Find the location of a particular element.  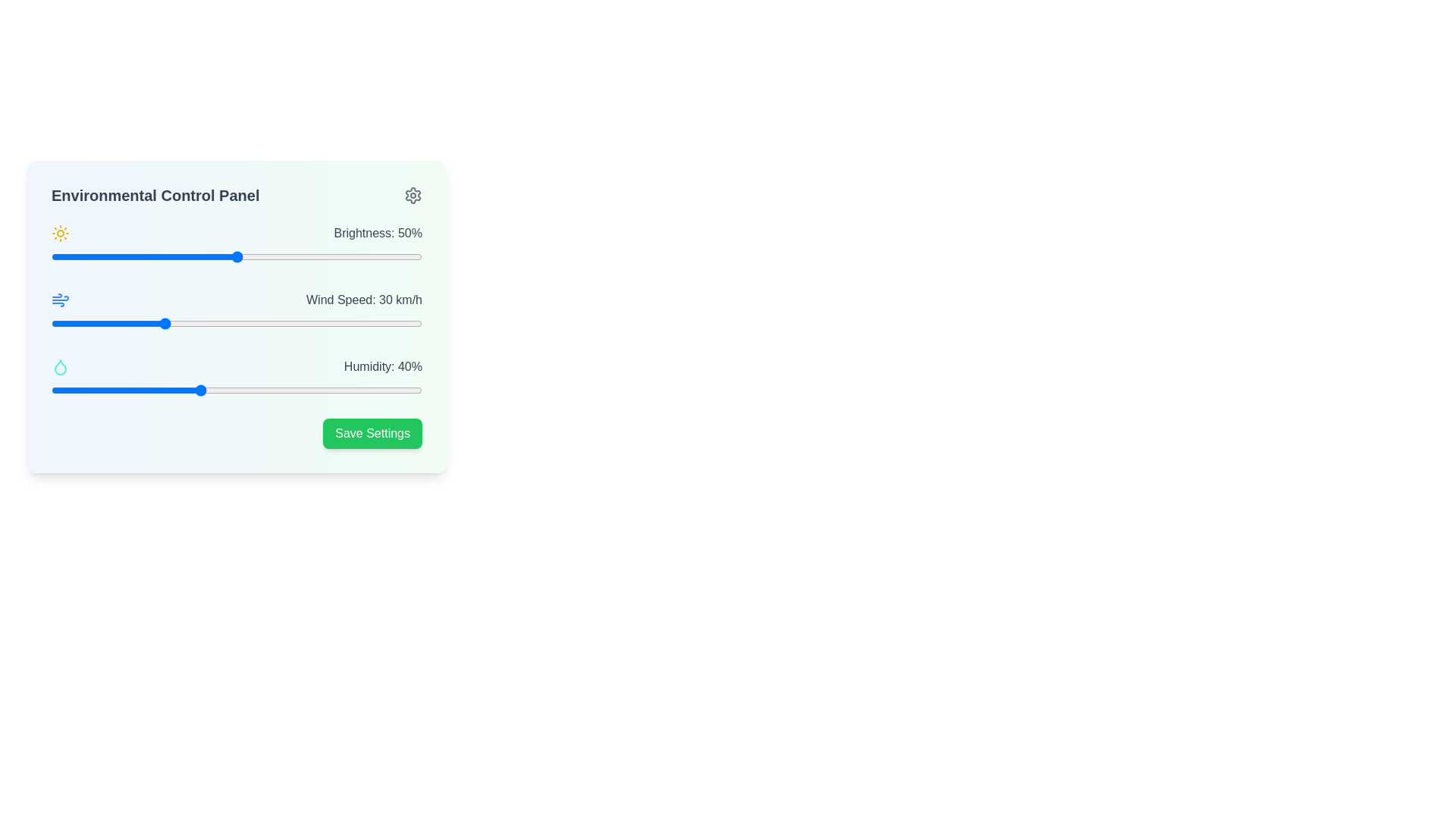

the knob of the horizontal slider control labeled 'Humidity: 40%' is located at coordinates (236, 378).